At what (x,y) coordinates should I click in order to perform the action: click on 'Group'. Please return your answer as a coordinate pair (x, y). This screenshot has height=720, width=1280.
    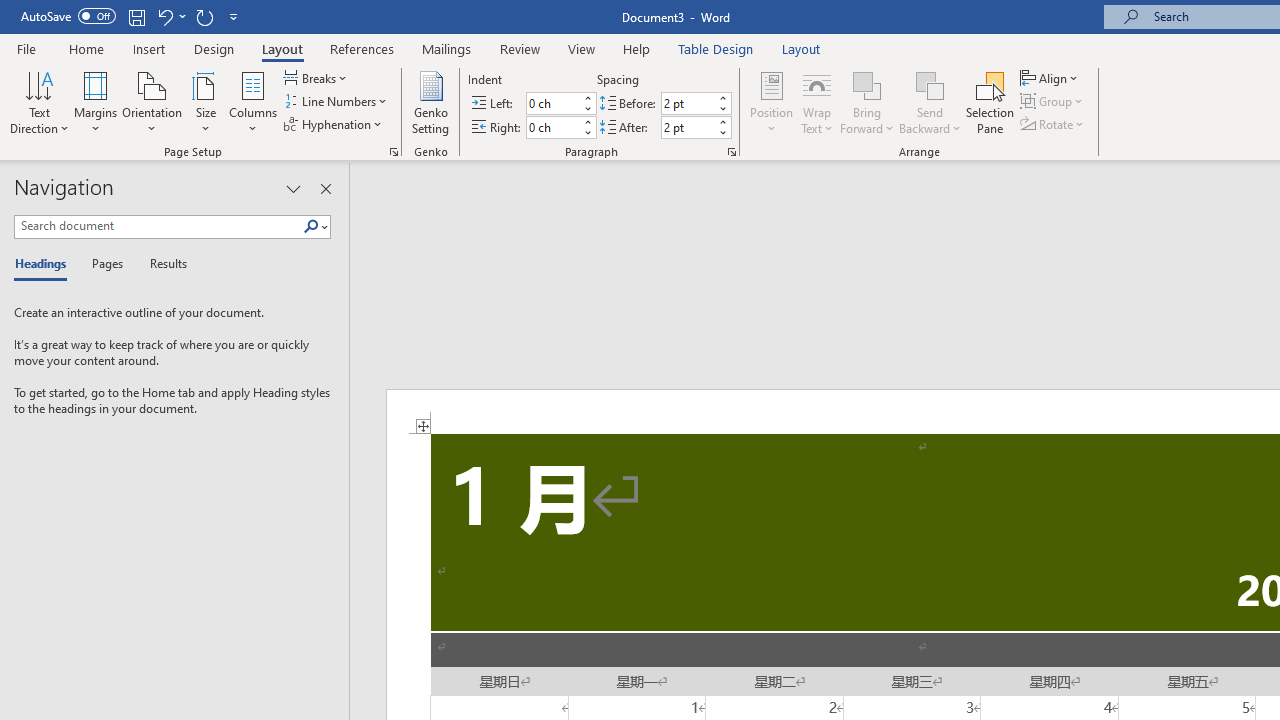
    Looking at the image, I should click on (1053, 101).